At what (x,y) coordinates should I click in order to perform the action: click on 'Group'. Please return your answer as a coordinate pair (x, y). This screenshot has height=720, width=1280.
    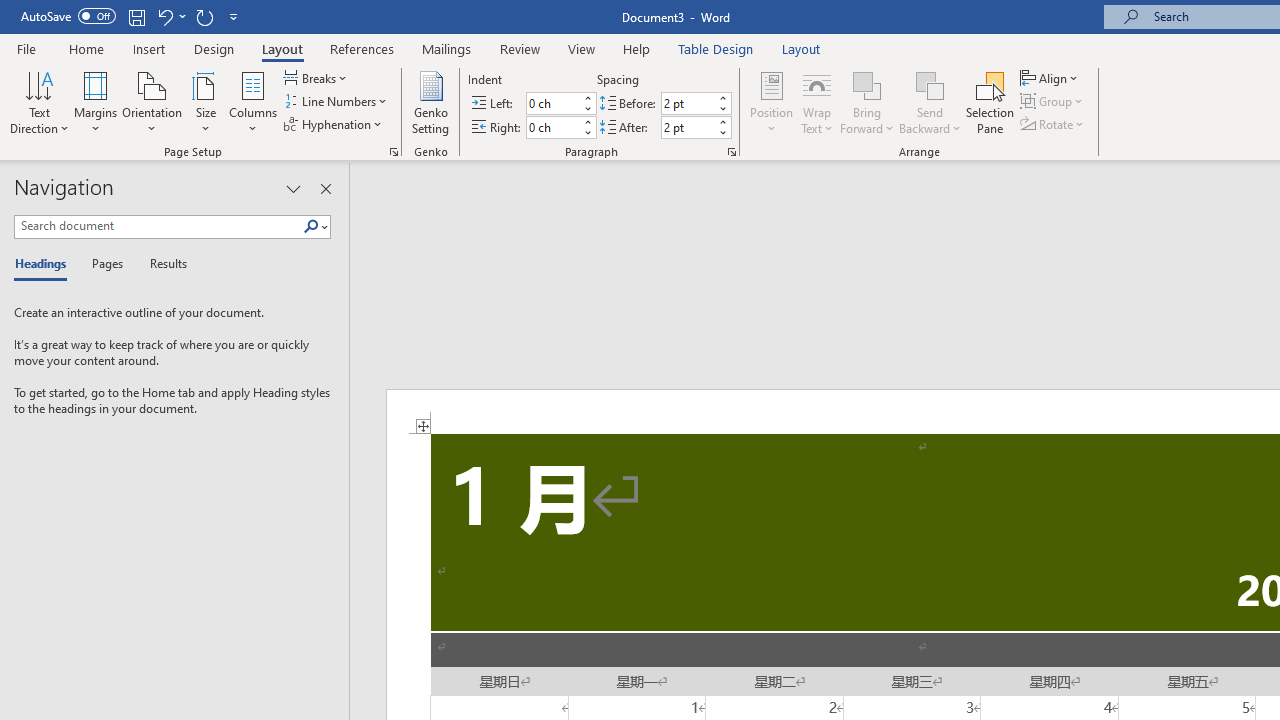
    Looking at the image, I should click on (1053, 101).